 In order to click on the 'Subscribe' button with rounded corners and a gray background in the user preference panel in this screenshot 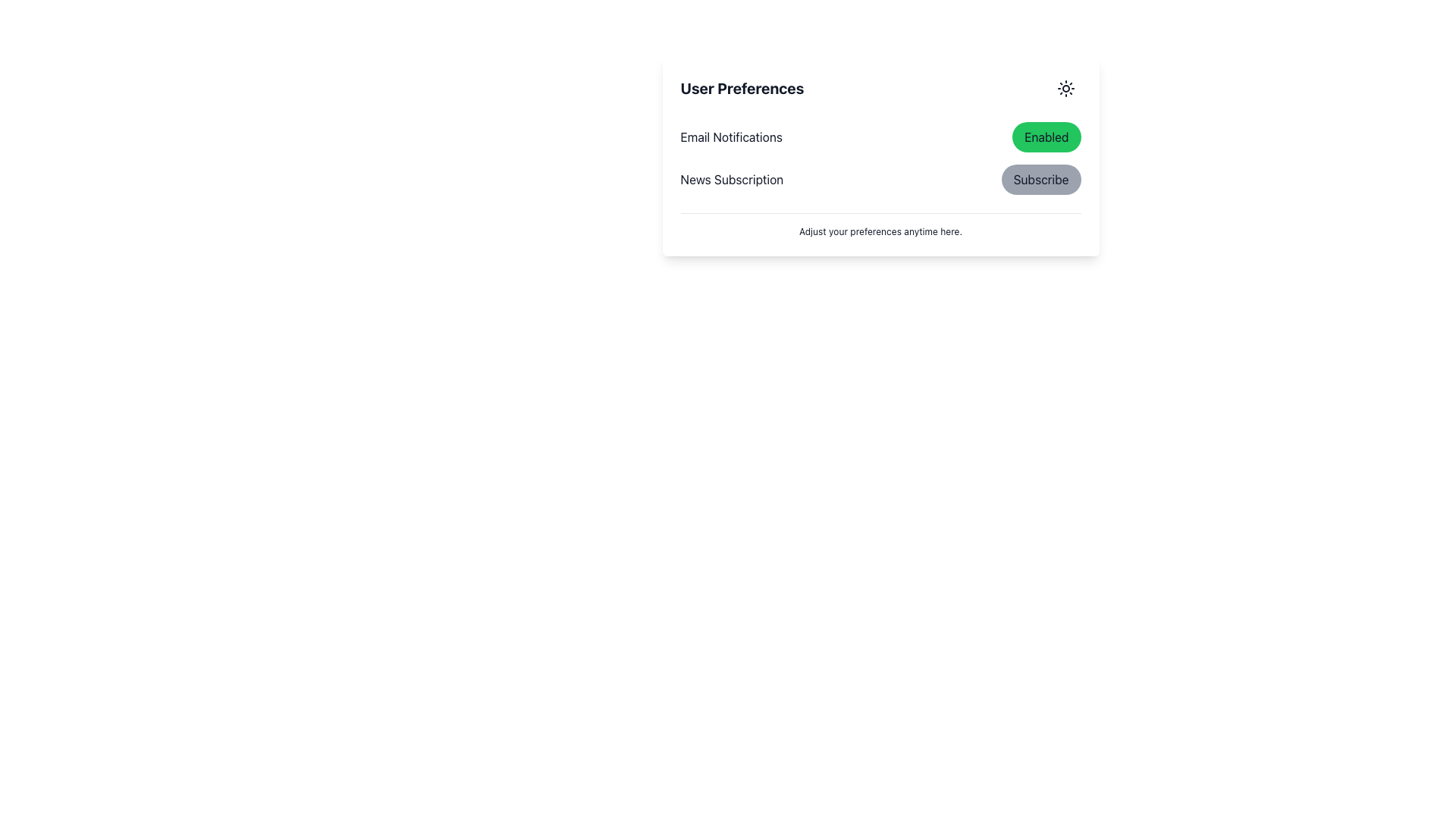, I will do `click(1040, 178)`.